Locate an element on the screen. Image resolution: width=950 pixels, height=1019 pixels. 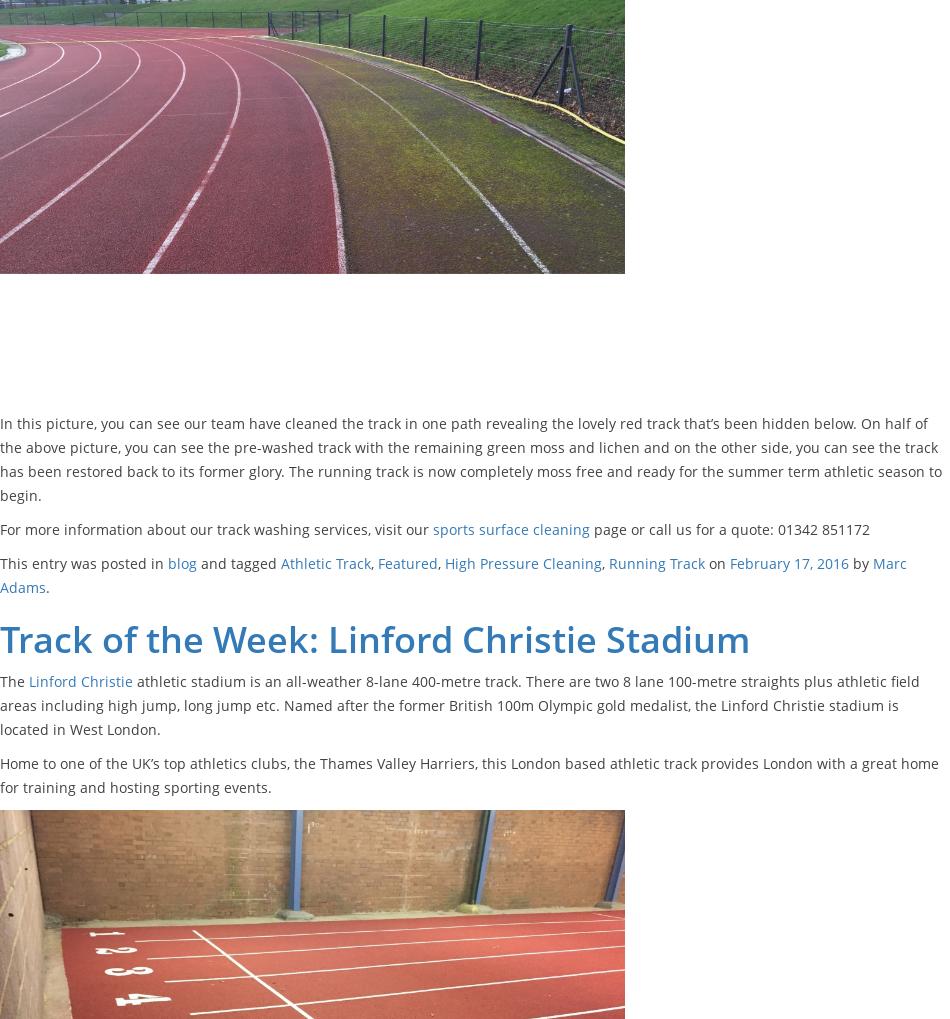
'Running Track' is located at coordinates (657, 561).